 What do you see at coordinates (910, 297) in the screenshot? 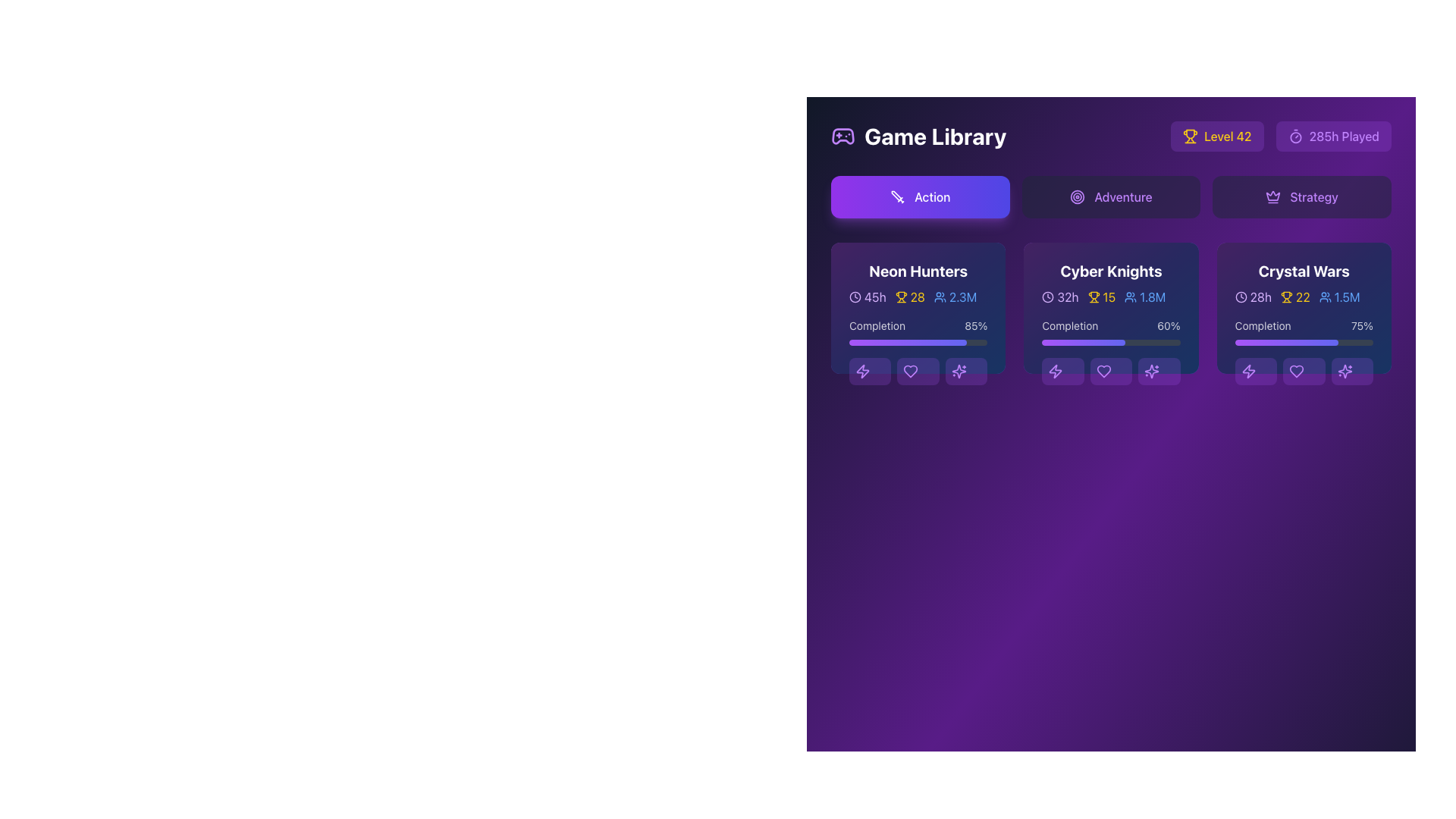
I see `the trophy icon with the number '28' in the 'Neon Hunters' game card, which is styled in yellow and positioned centrally in a line of information` at bounding box center [910, 297].